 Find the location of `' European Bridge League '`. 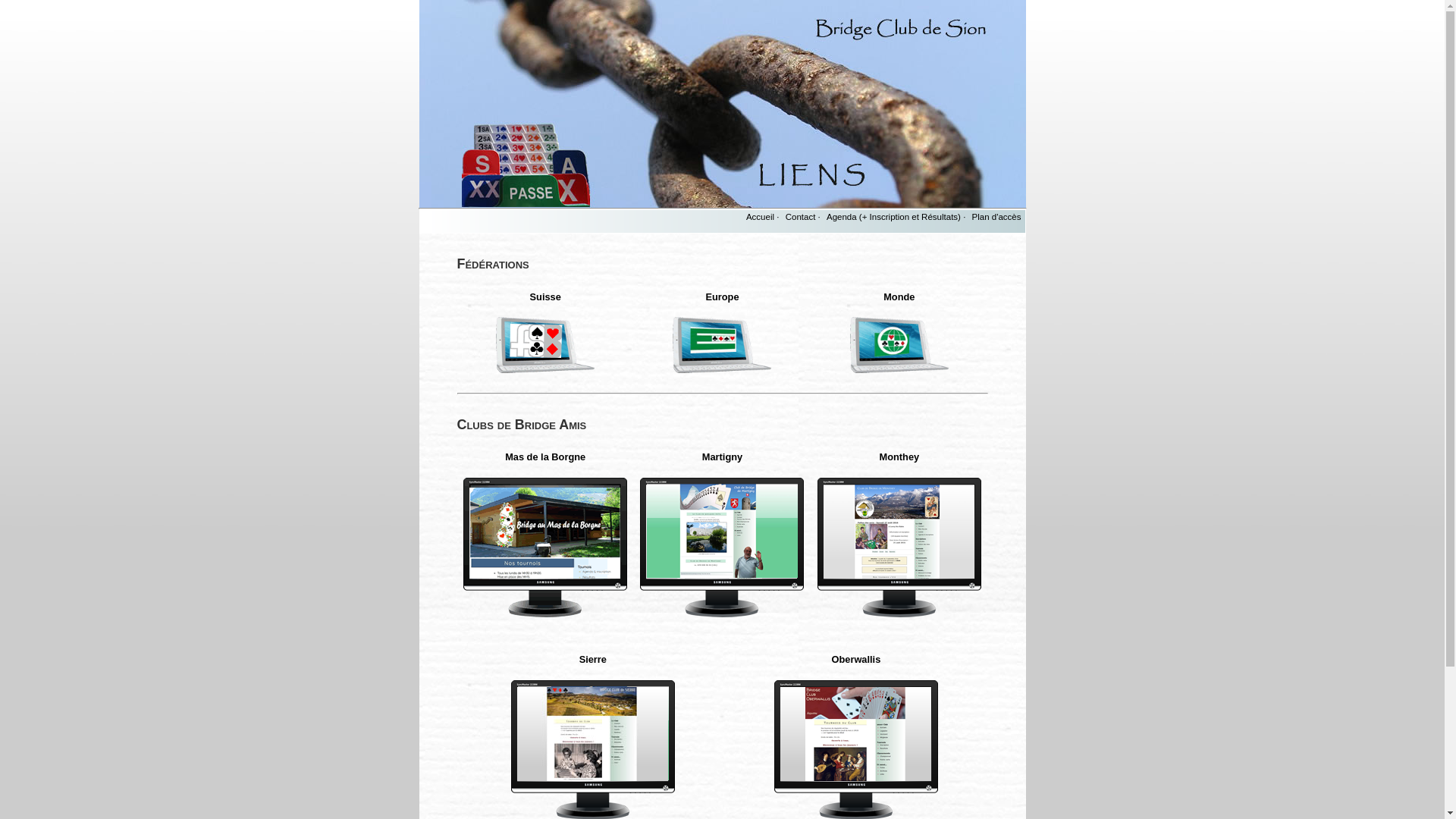

' European Bridge League ' is located at coordinates (672, 344).